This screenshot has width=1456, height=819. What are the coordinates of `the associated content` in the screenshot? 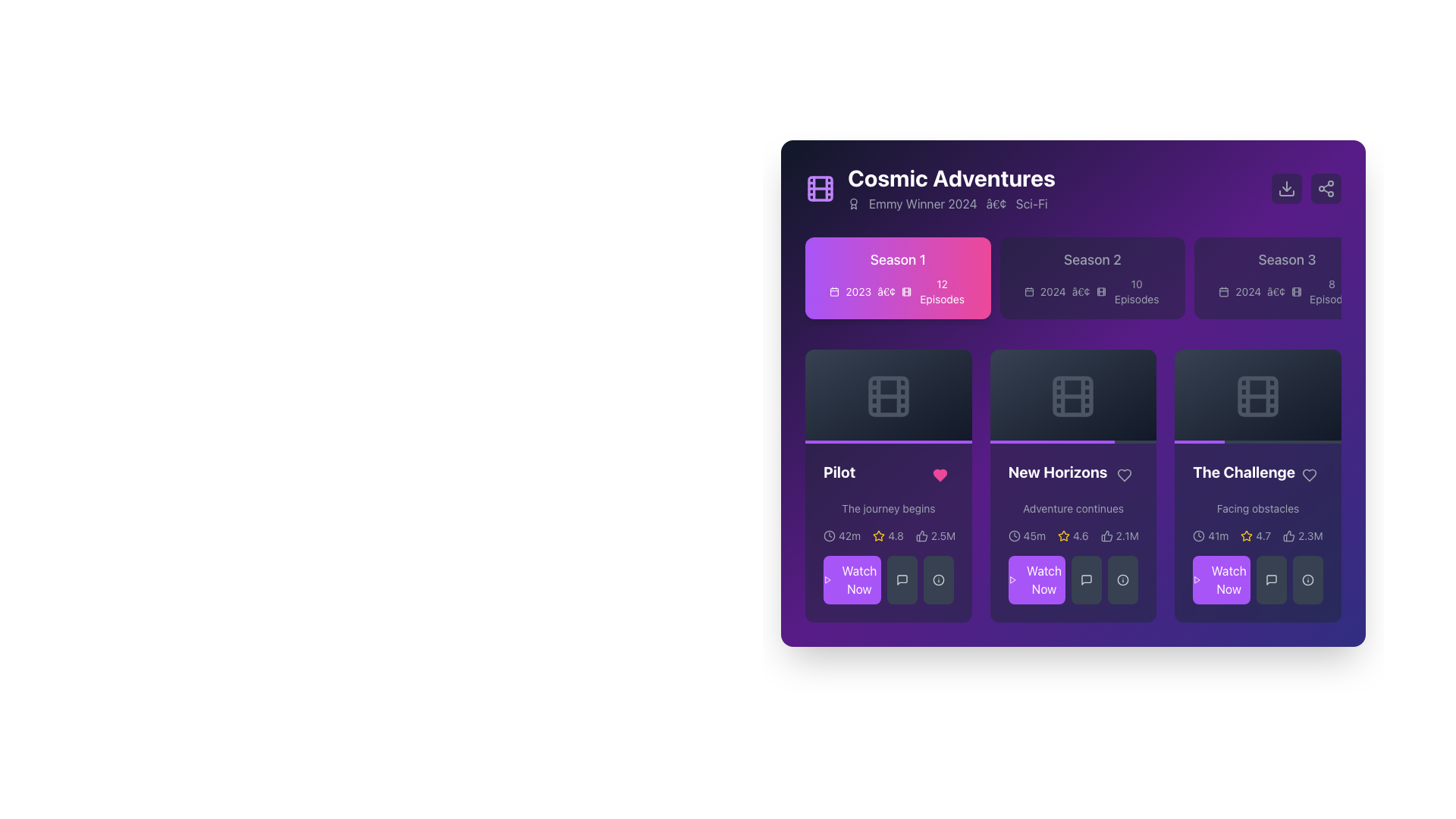 It's located at (1057, 471).